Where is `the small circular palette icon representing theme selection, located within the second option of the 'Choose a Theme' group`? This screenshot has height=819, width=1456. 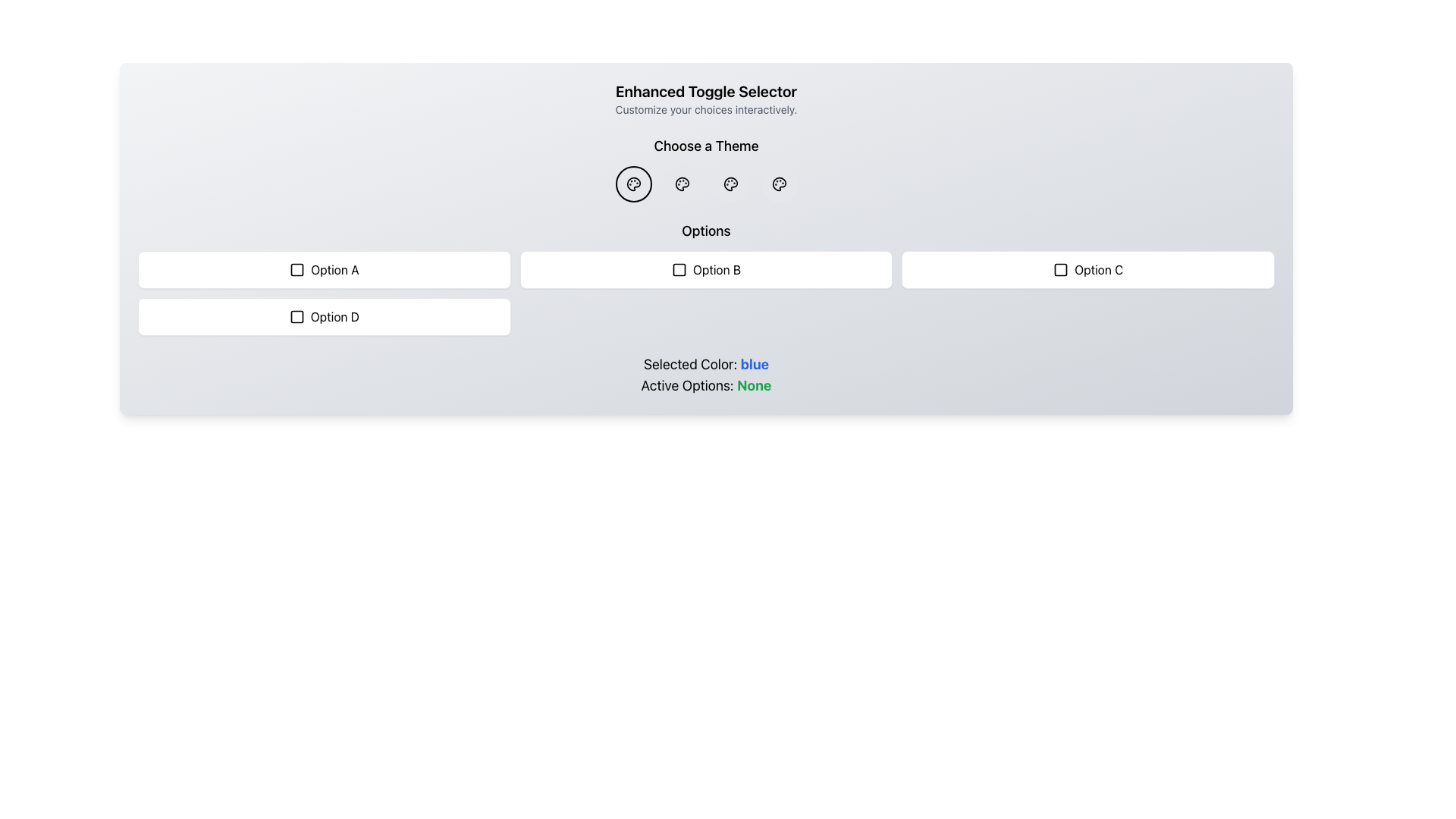 the small circular palette icon representing theme selection, located within the second option of the 'Choose a Theme' group is located at coordinates (730, 184).